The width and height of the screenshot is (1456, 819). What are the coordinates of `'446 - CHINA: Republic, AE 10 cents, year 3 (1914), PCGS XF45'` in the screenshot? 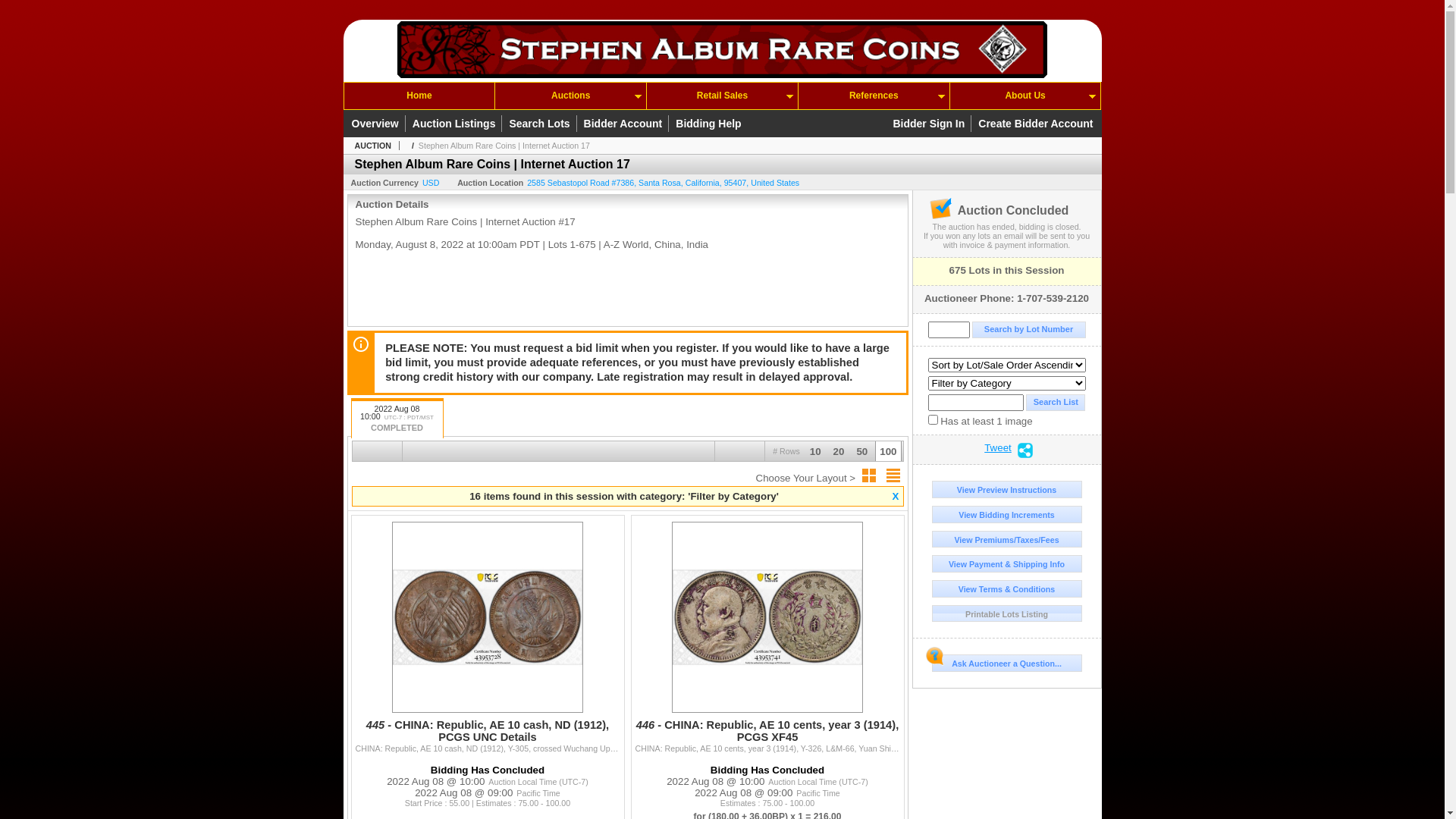 It's located at (767, 736).